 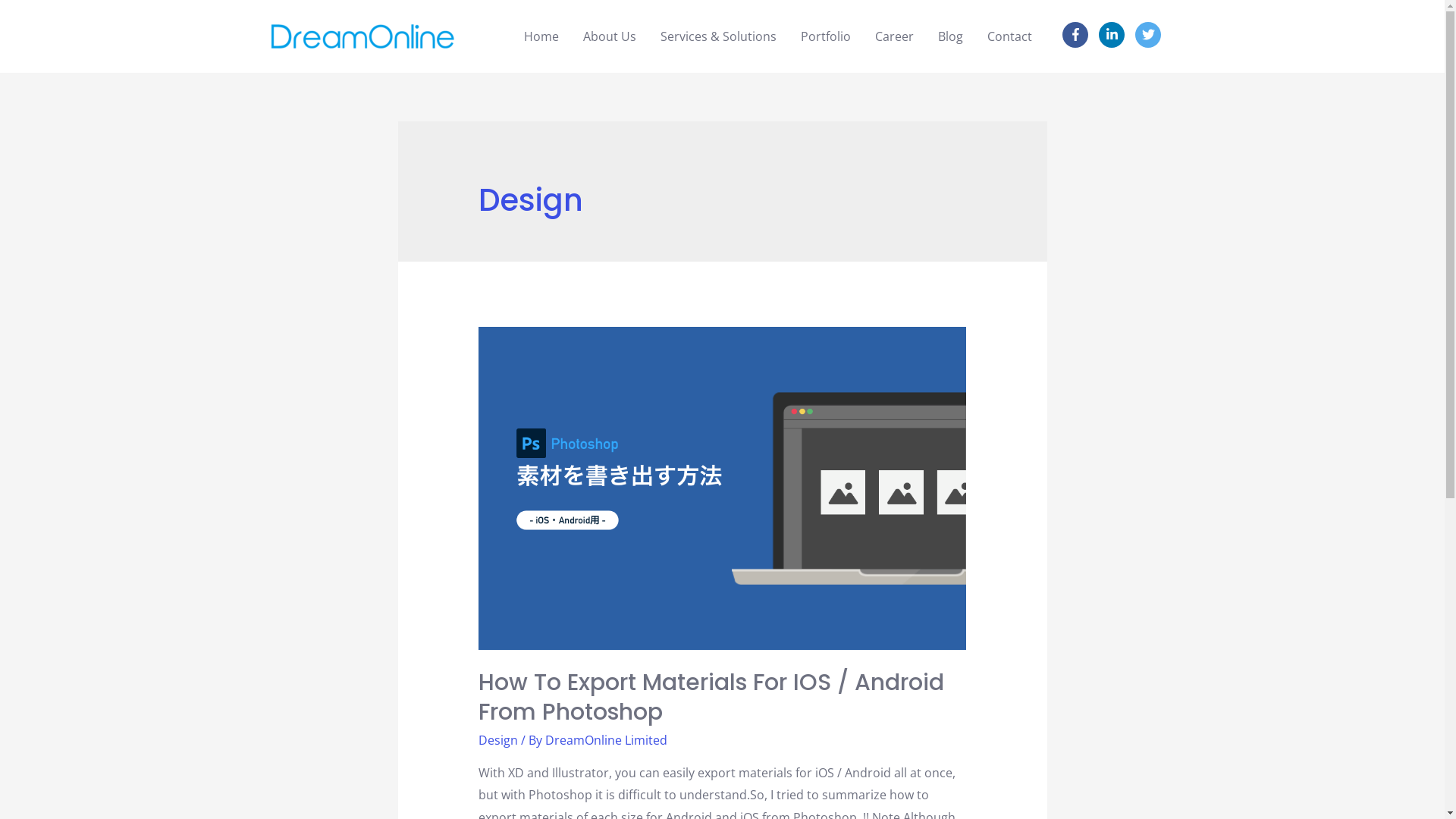 I want to click on 'Contact', so click(x=1009, y=35).